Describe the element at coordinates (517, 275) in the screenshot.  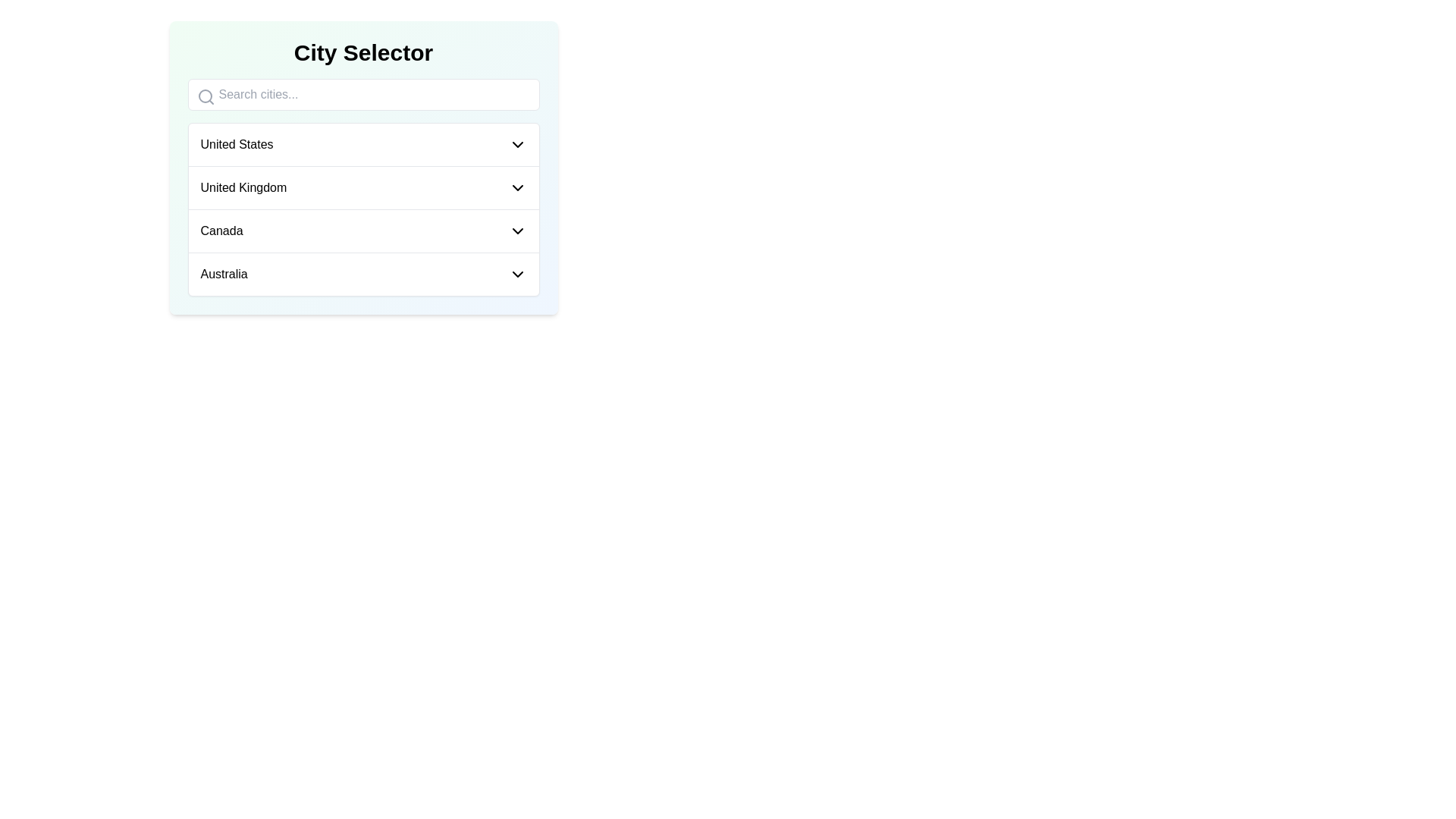
I see `the Dropdown toggle icon with a downward chevron located in the far-right section of the row containing 'Australia'` at that location.